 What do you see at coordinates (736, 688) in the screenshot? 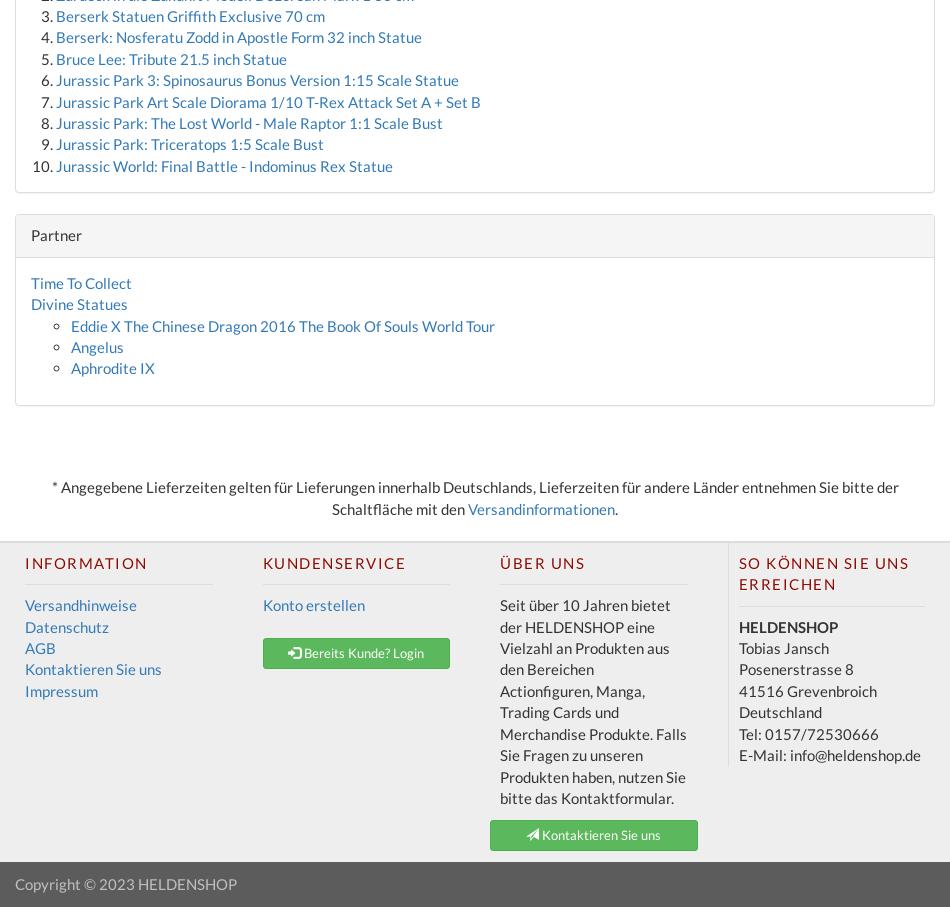
I see `'41516 Grevenbroich'` at bounding box center [736, 688].